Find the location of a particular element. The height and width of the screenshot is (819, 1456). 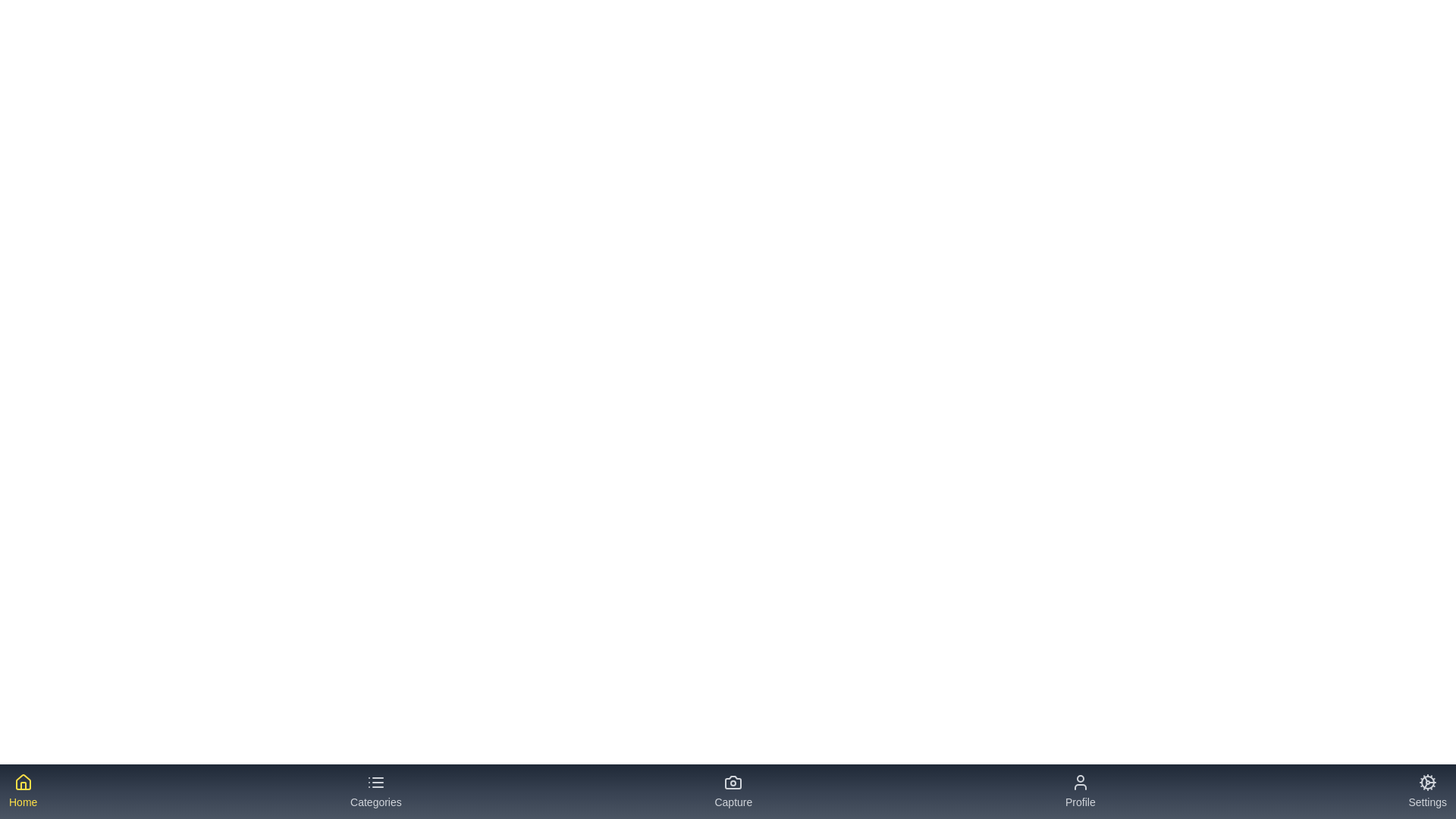

the Capture tab in the bottom navigation bar is located at coordinates (733, 791).